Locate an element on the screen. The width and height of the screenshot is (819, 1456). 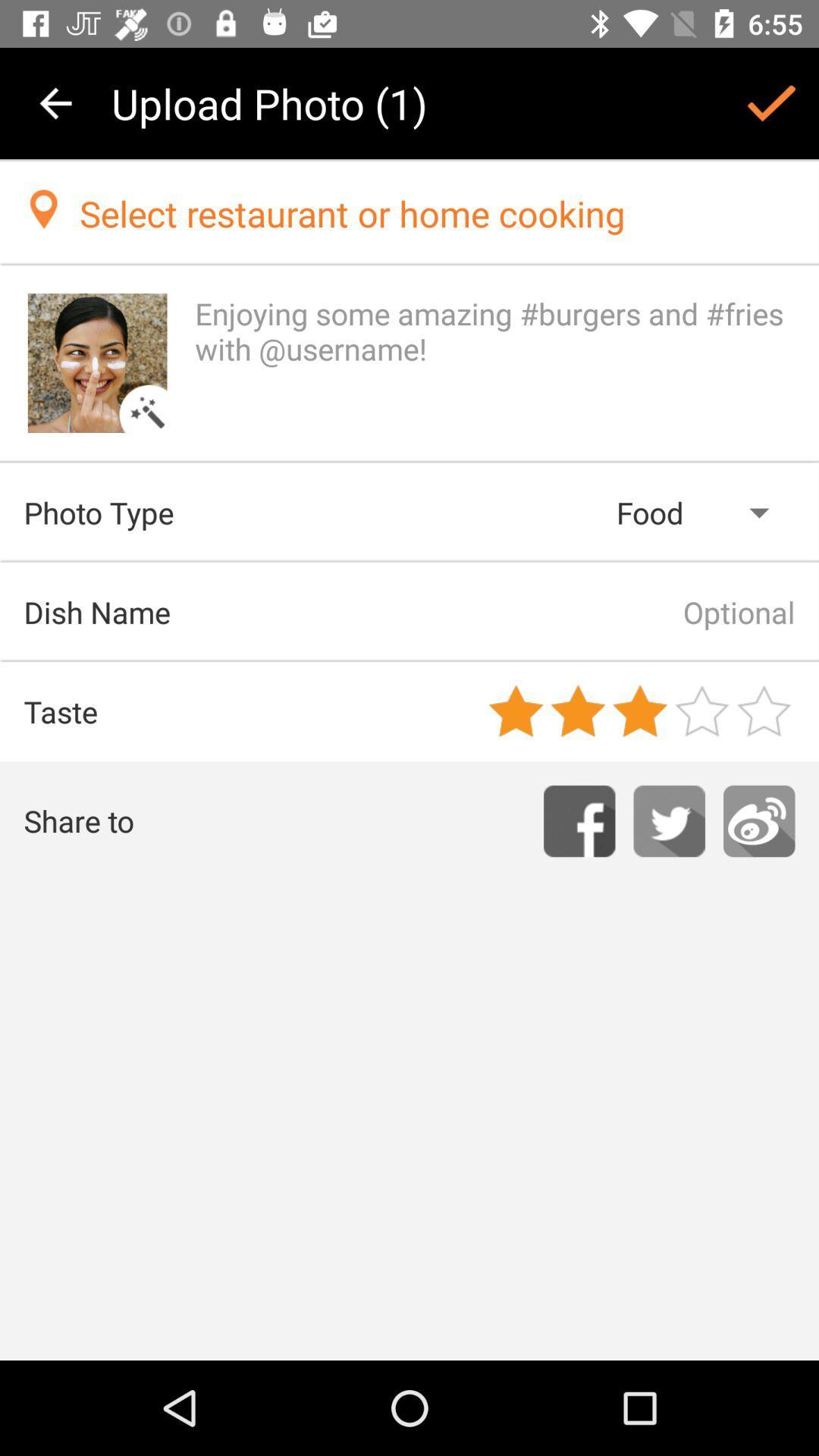
share to facebook is located at coordinates (579, 821).